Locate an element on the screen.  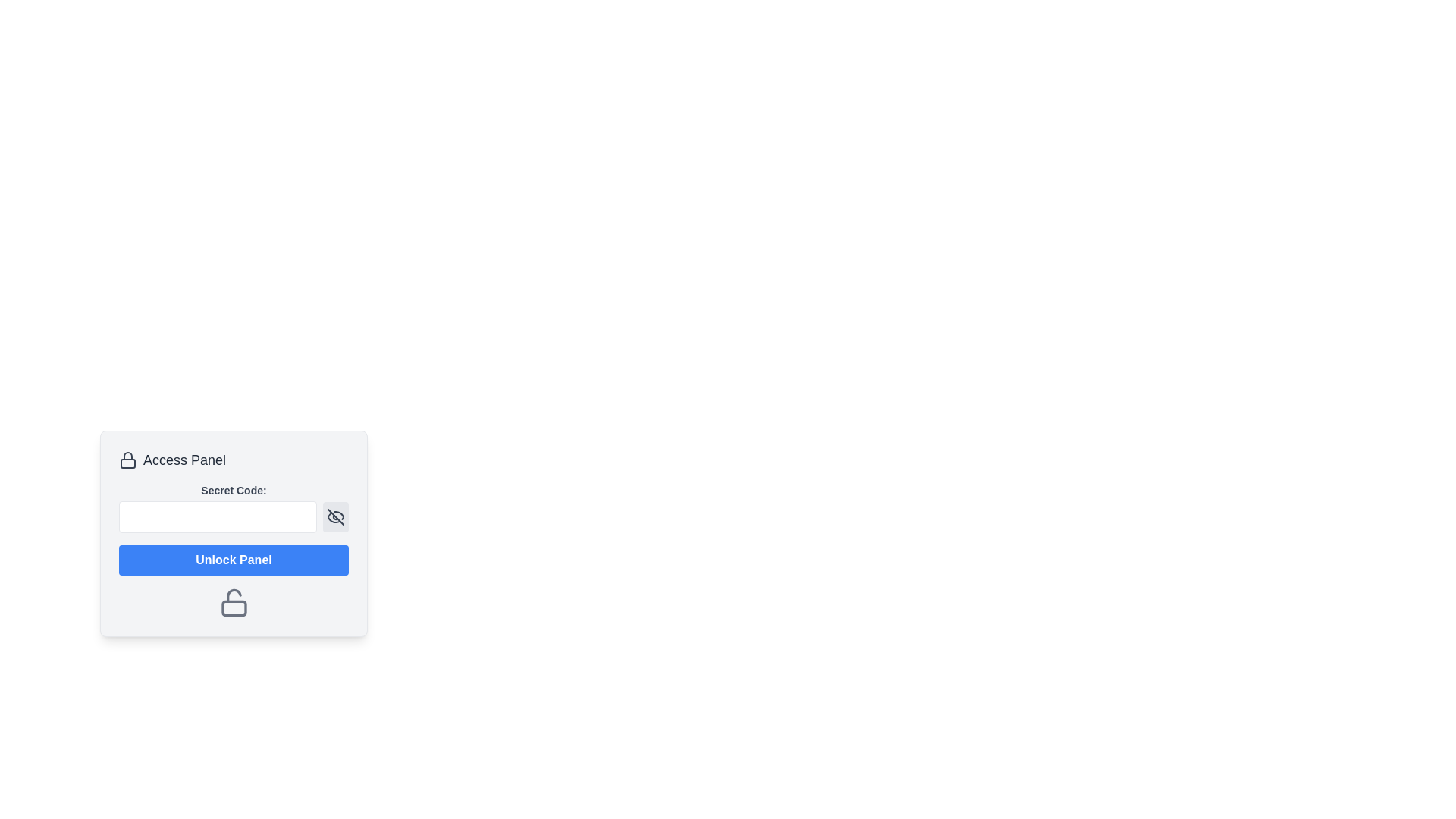
the opened lock icon, which is gray and located below the 'Unlock Panel' button within a bordered rectangle in the interface is located at coordinates (233, 601).